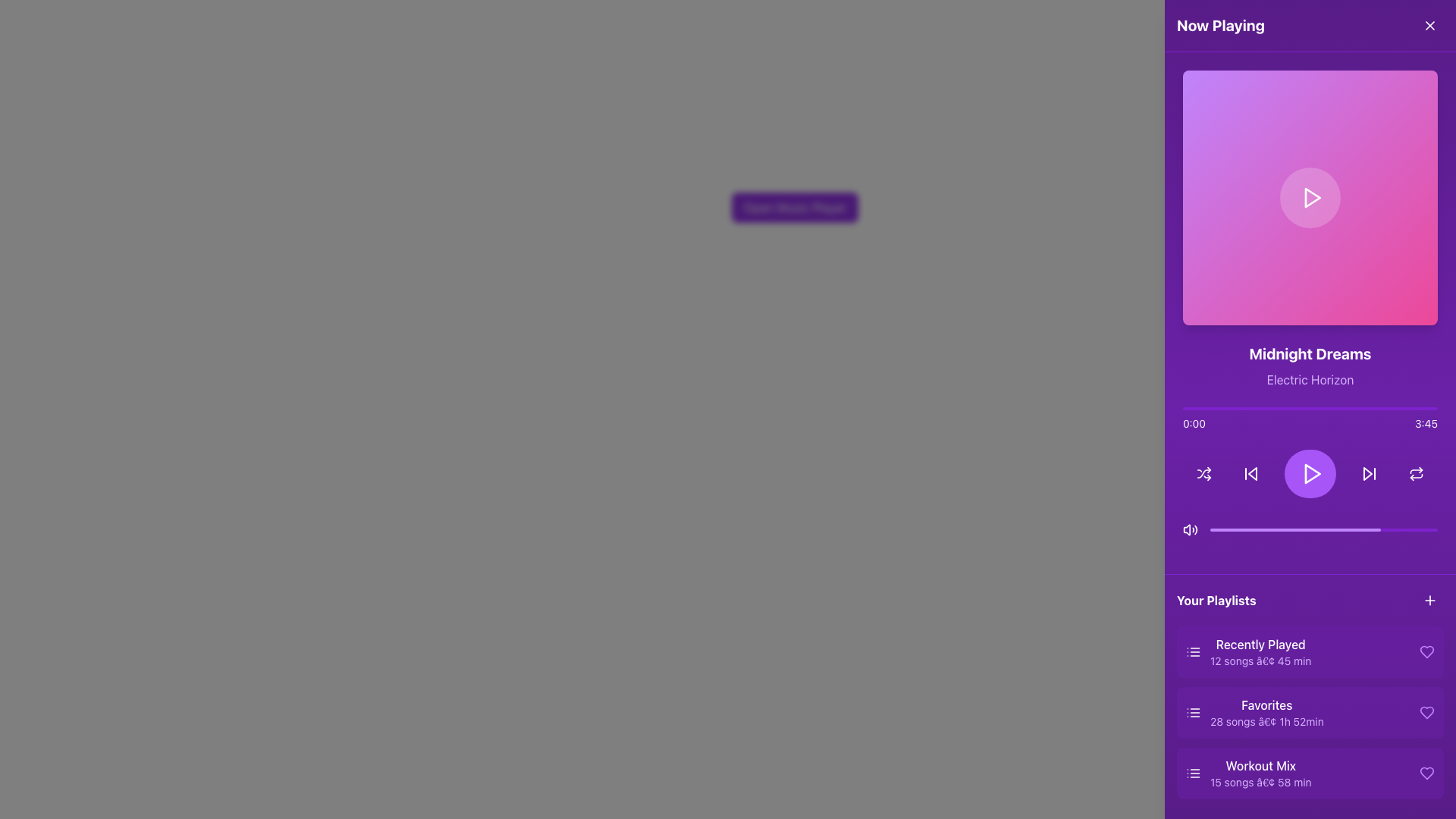 The height and width of the screenshot is (819, 1456). Describe the element at coordinates (1266, 713) in the screenshot. I see `the 'Favorites' list item, which has a bold title and a purple background` at that location.